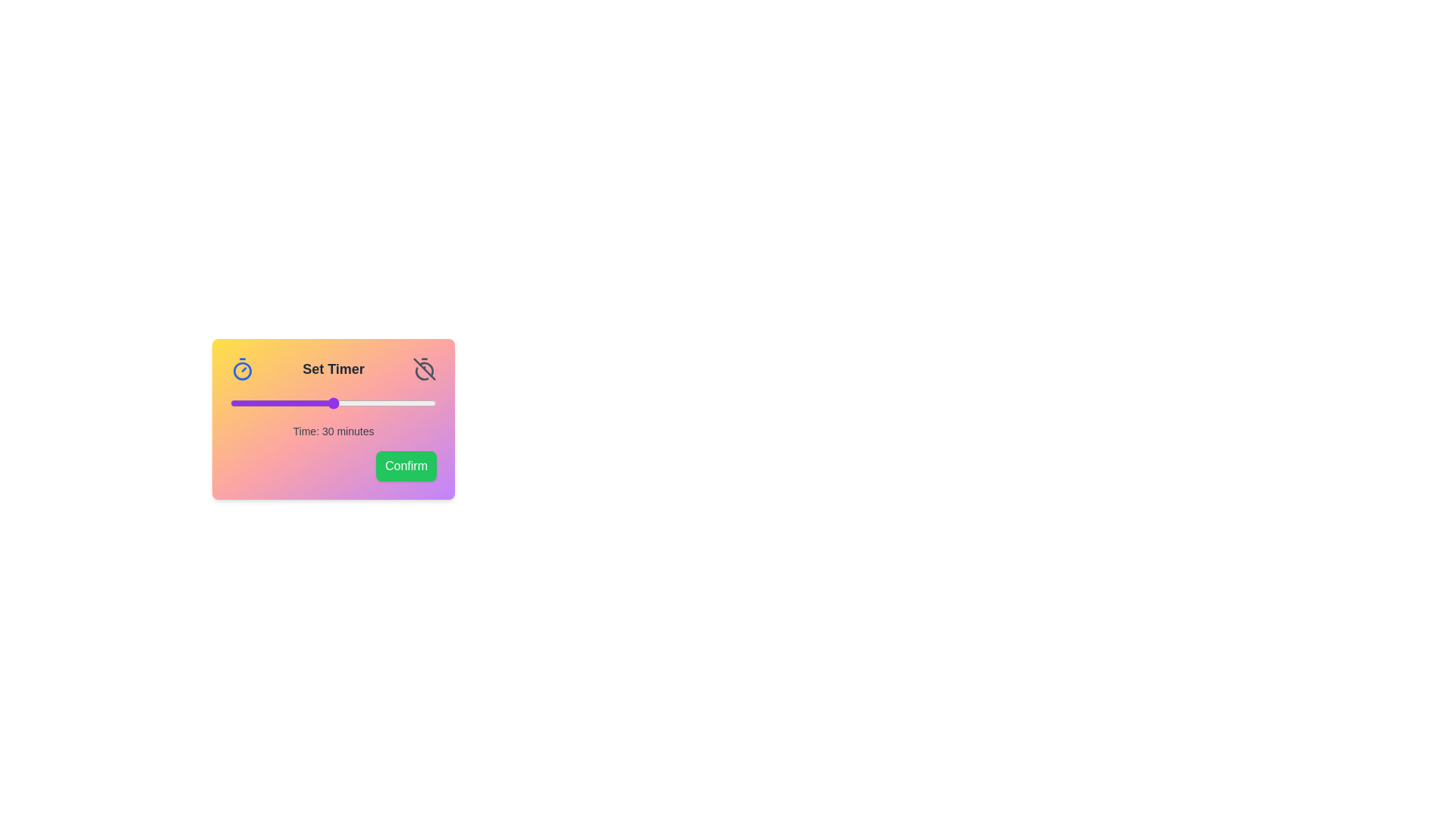 The image size is (1456, 819). Describe the element at coordinates (356, 403) in the screenshot. I see `the slider to the desired time value 37 minutes` at that location.